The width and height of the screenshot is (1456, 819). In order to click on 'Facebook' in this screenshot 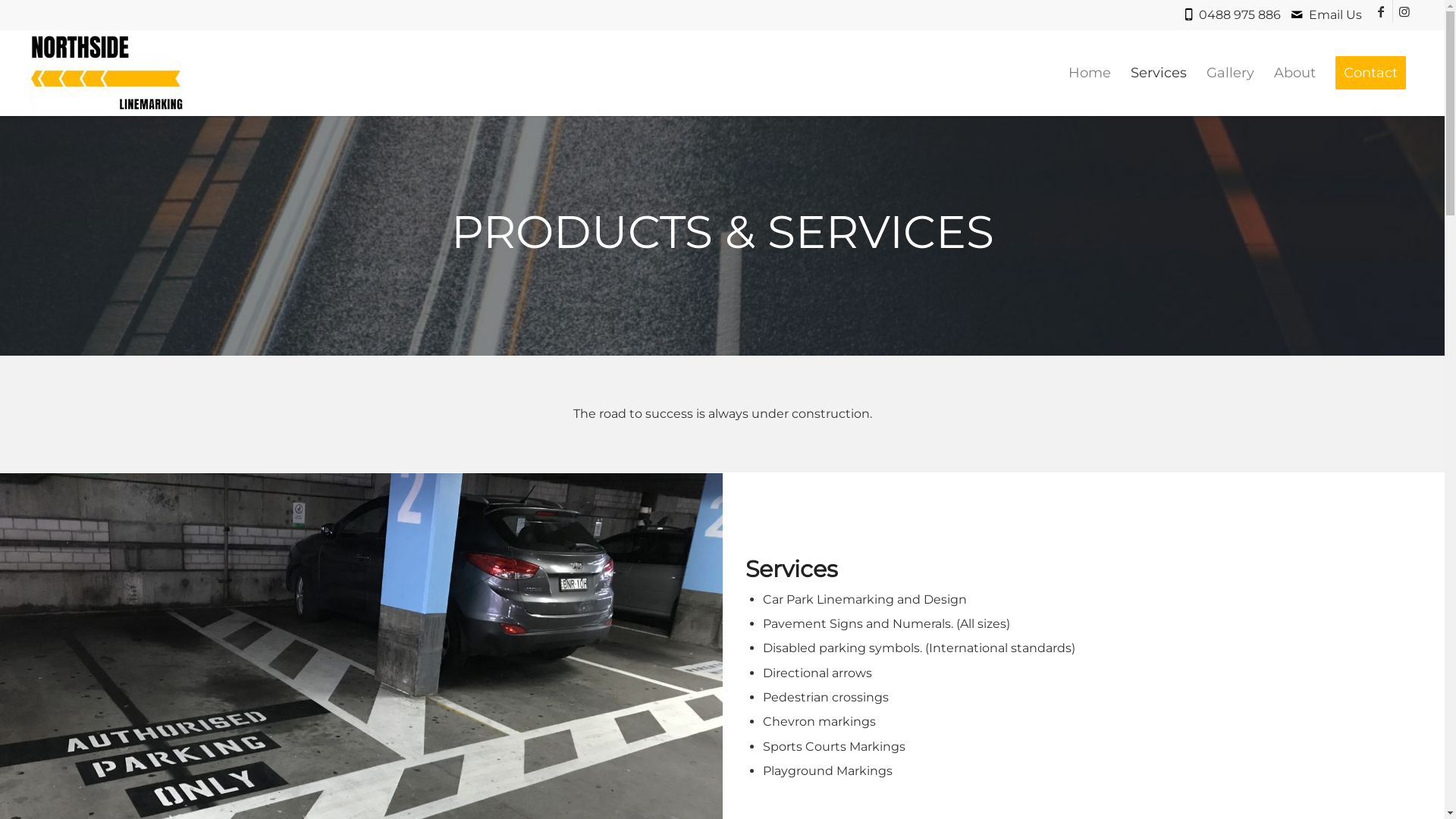, I will do `click(1381, 11)`.